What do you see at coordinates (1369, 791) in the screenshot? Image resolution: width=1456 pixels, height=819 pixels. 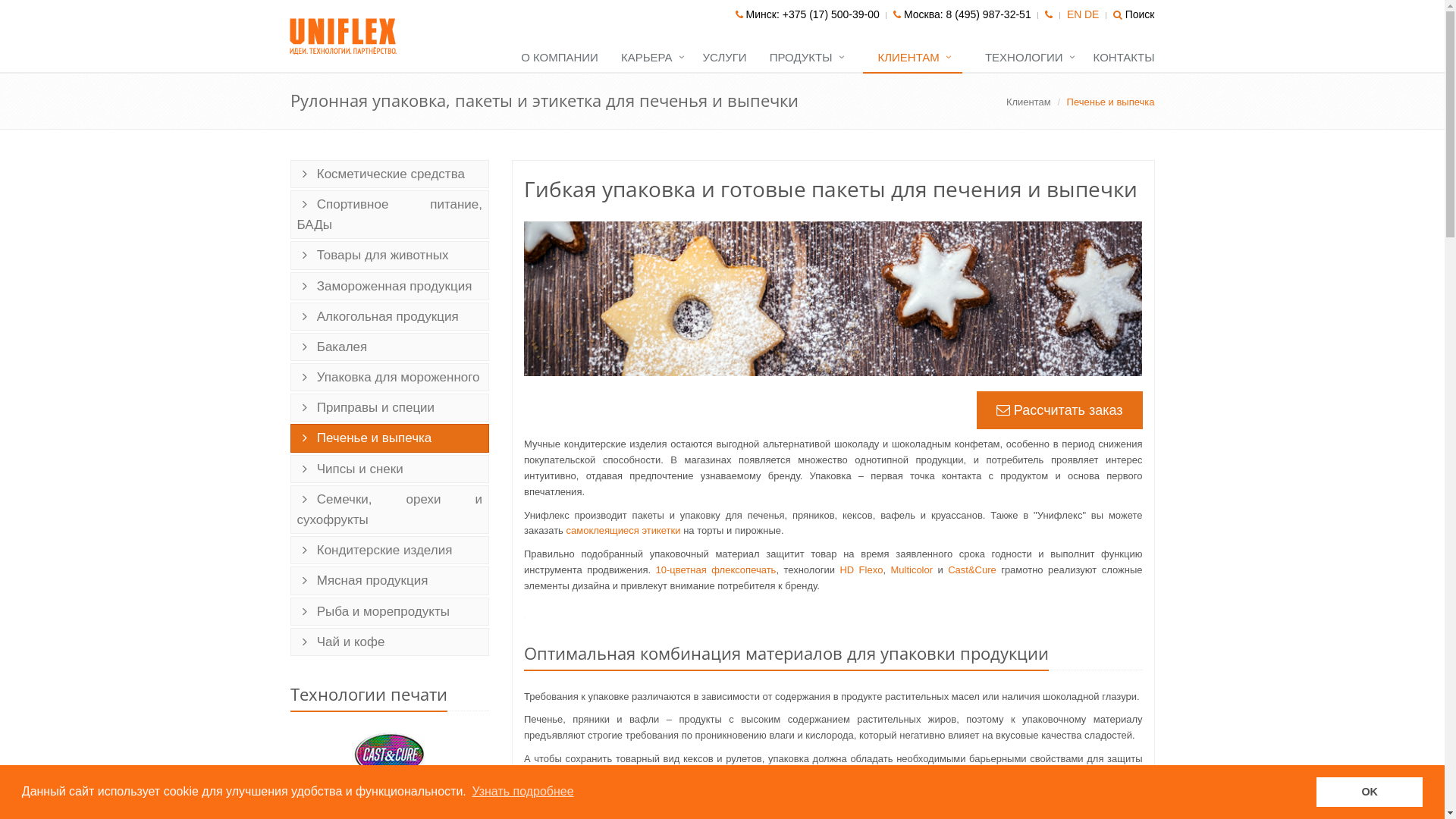 I see `'OK'` at bounding box center [1369, 791].